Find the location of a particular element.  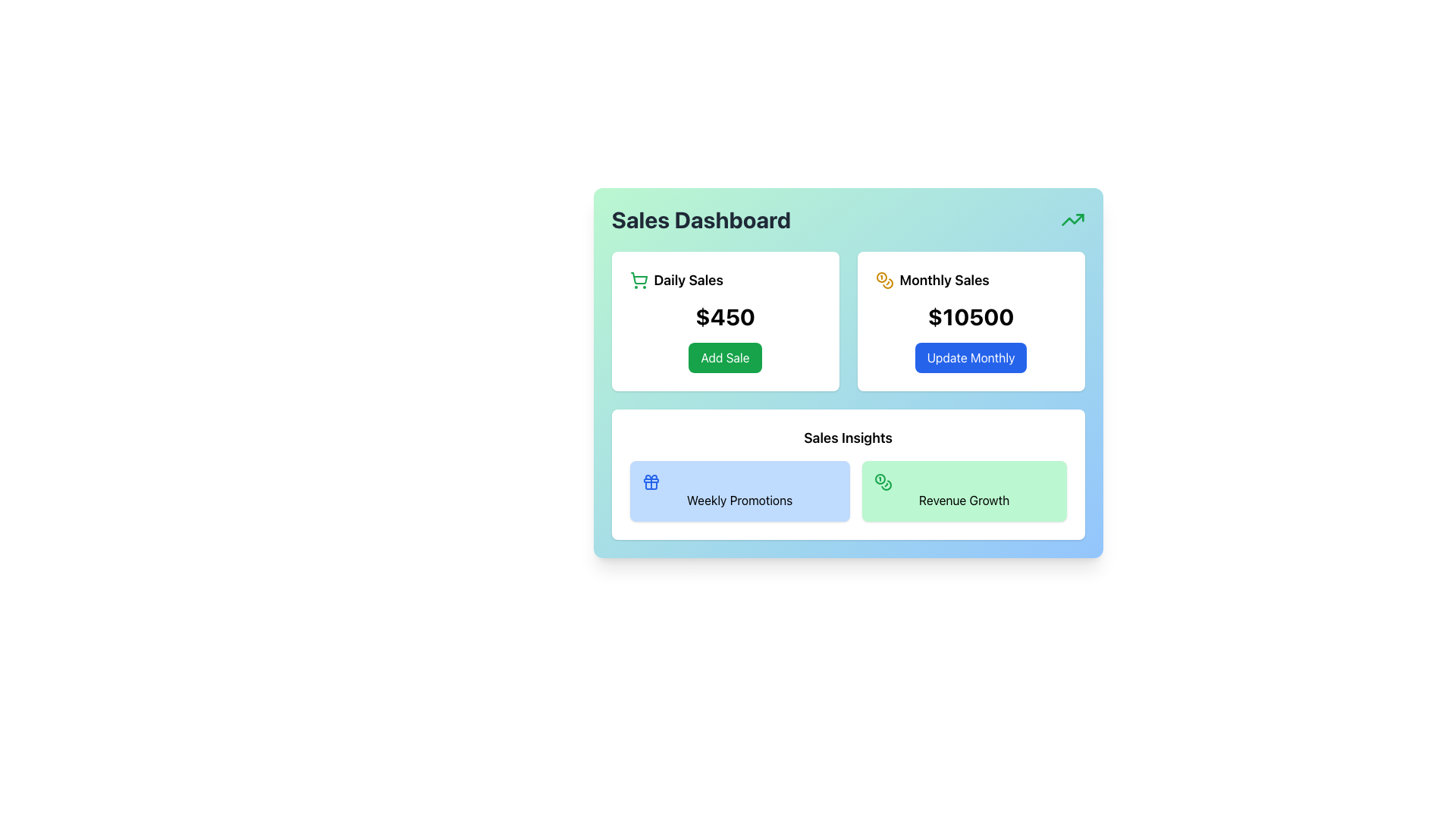

the gift icon located in the 'Weekly Promotions' section of the 'Sales Insights' group, which is centered within the blue background card and appears to the left of the section’s text label is located at coordinates (651, 482).